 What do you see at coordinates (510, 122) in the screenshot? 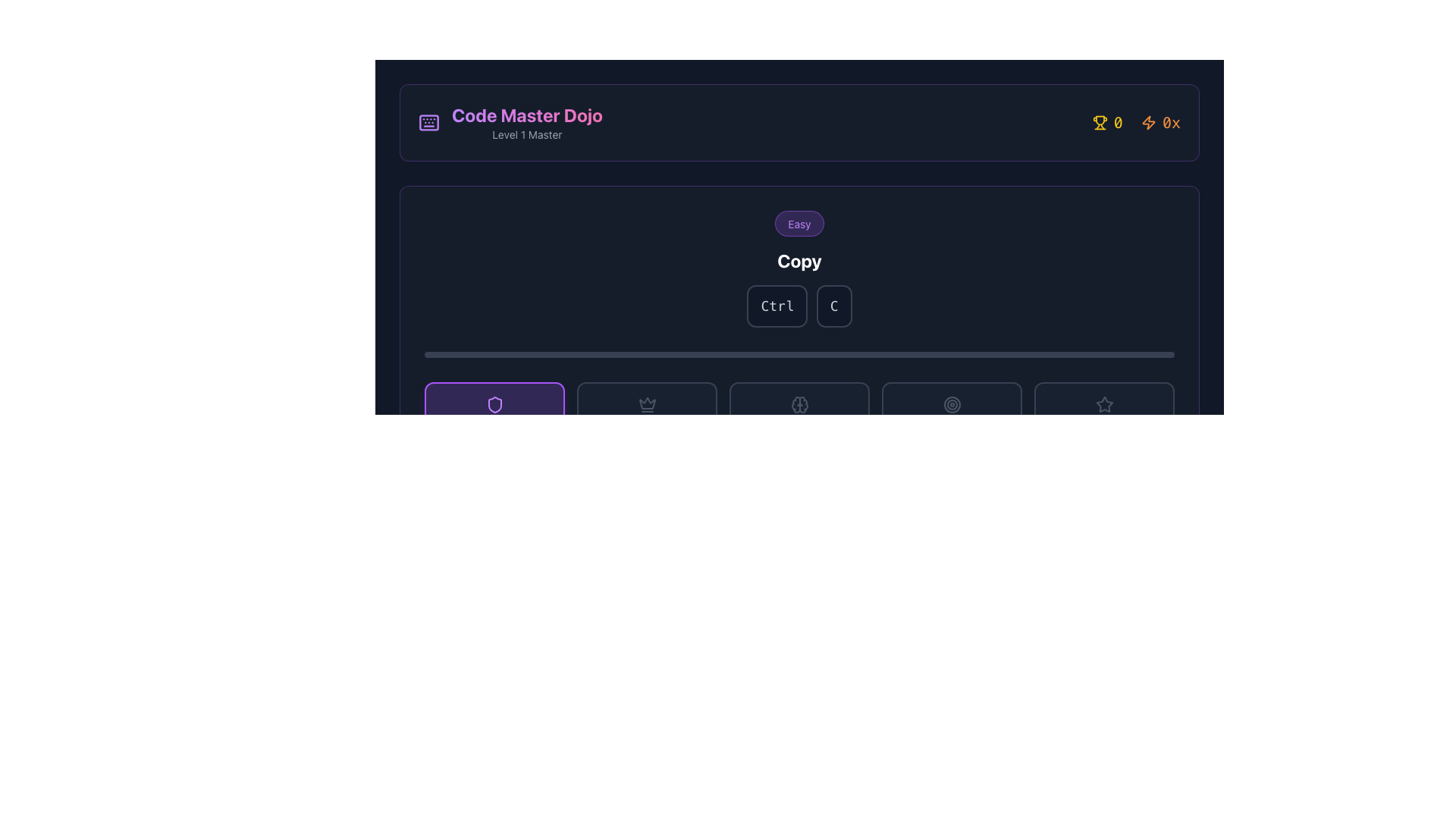
I see `the header titled 'Code Master Dojo', which is bold and has a gradient title text, located at the top left of the card` at bounding box center [510, 122].